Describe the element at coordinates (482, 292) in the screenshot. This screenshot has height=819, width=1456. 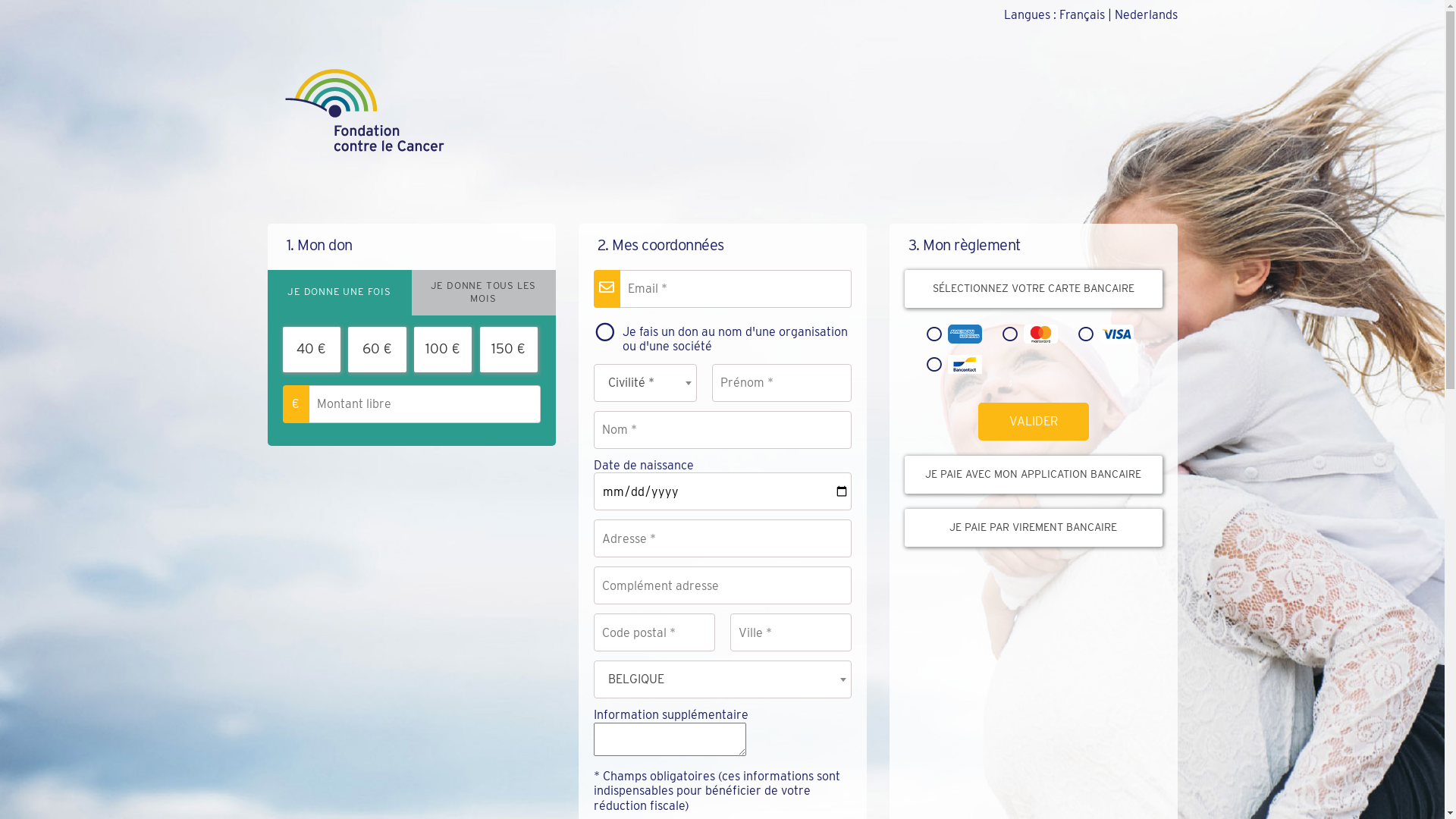
I see `'JE DONNE TOUS LES MOIS'` at that location.